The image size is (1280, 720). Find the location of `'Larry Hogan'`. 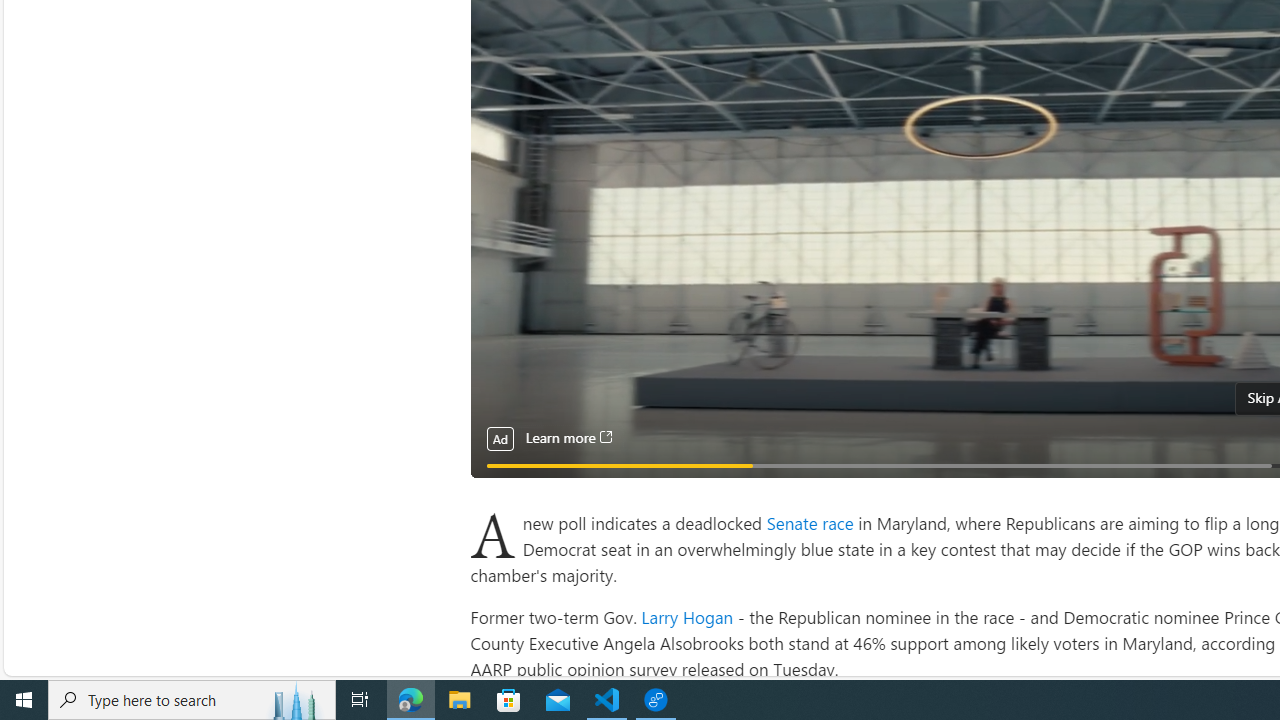

'Larry Hogan' is located at coordinates (687, 615).